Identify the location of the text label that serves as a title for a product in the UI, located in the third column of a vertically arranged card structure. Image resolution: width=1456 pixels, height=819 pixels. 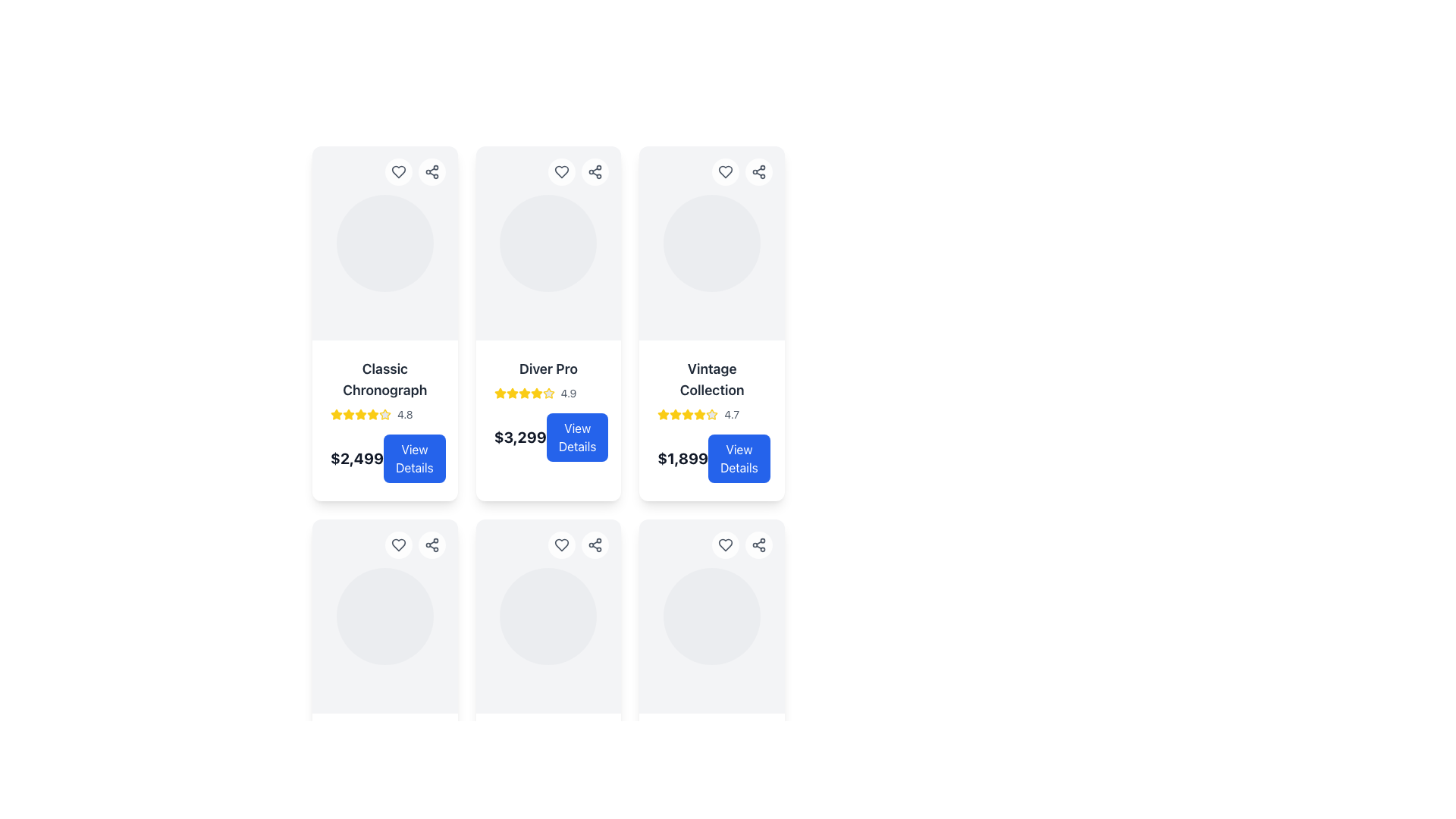
(711, 379).